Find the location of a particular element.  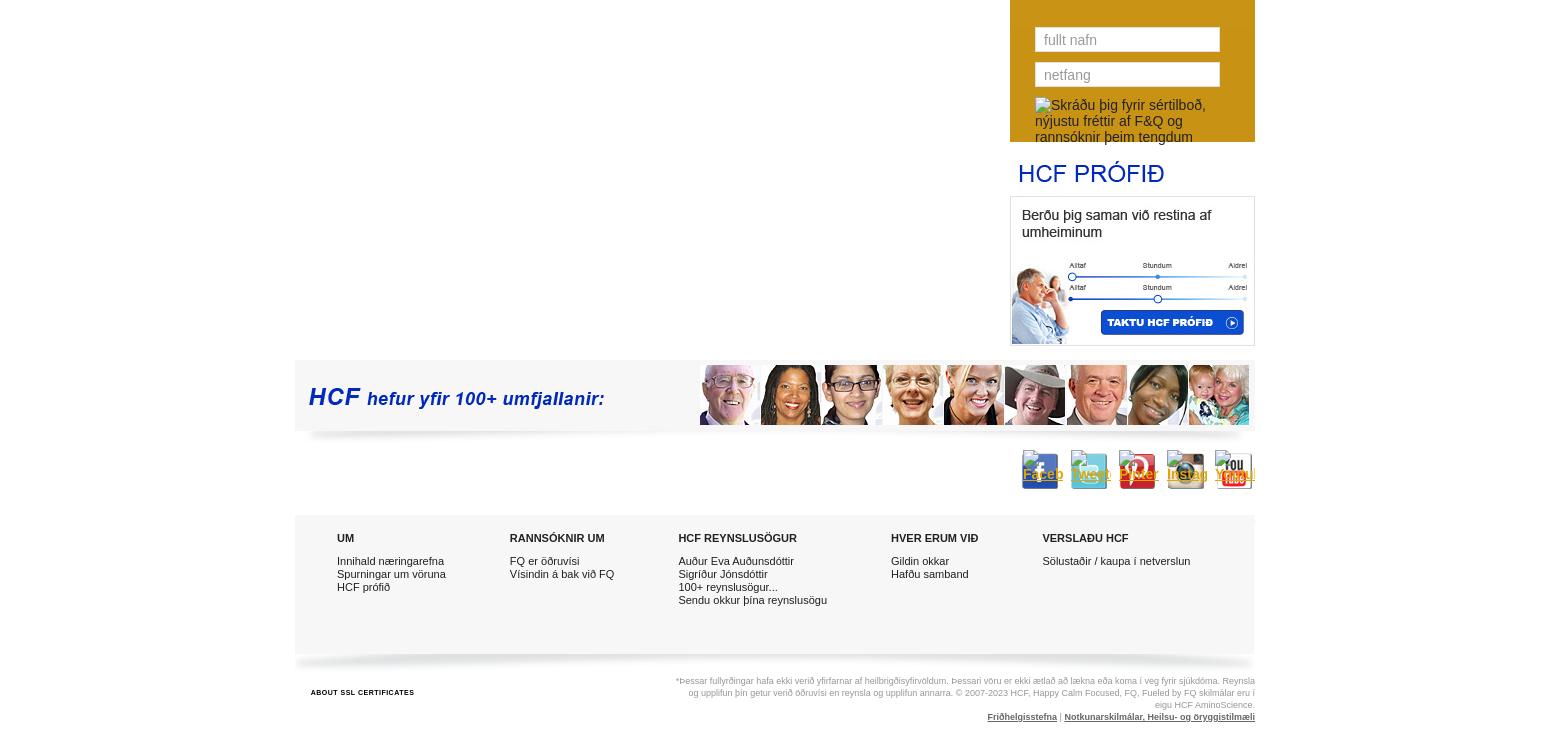

'HCF prófið' is located at coordinates (362, 586).